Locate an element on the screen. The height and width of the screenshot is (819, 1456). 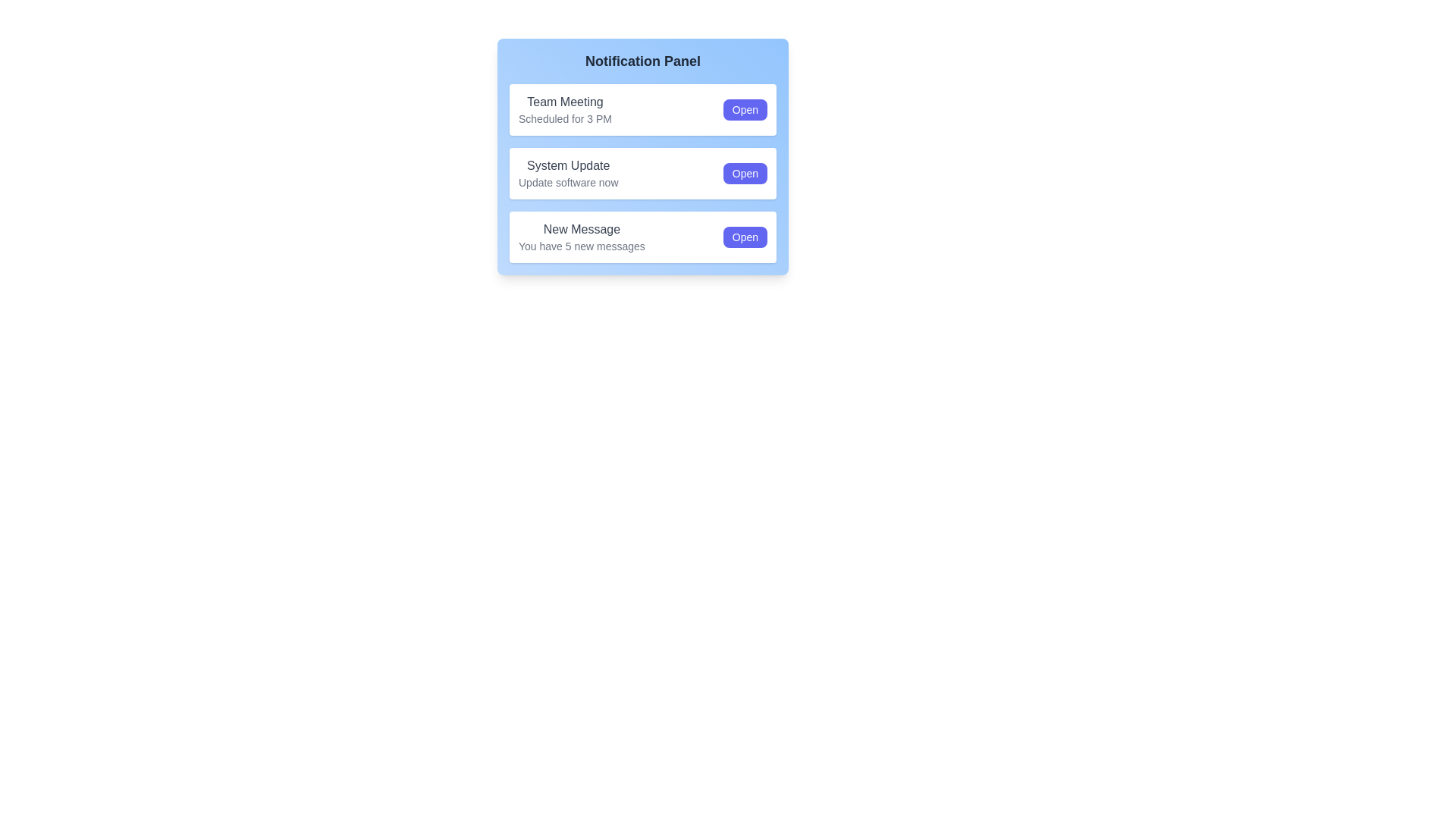
'Open' button for the notification with the title System Update is located at coordinates (745, 172).